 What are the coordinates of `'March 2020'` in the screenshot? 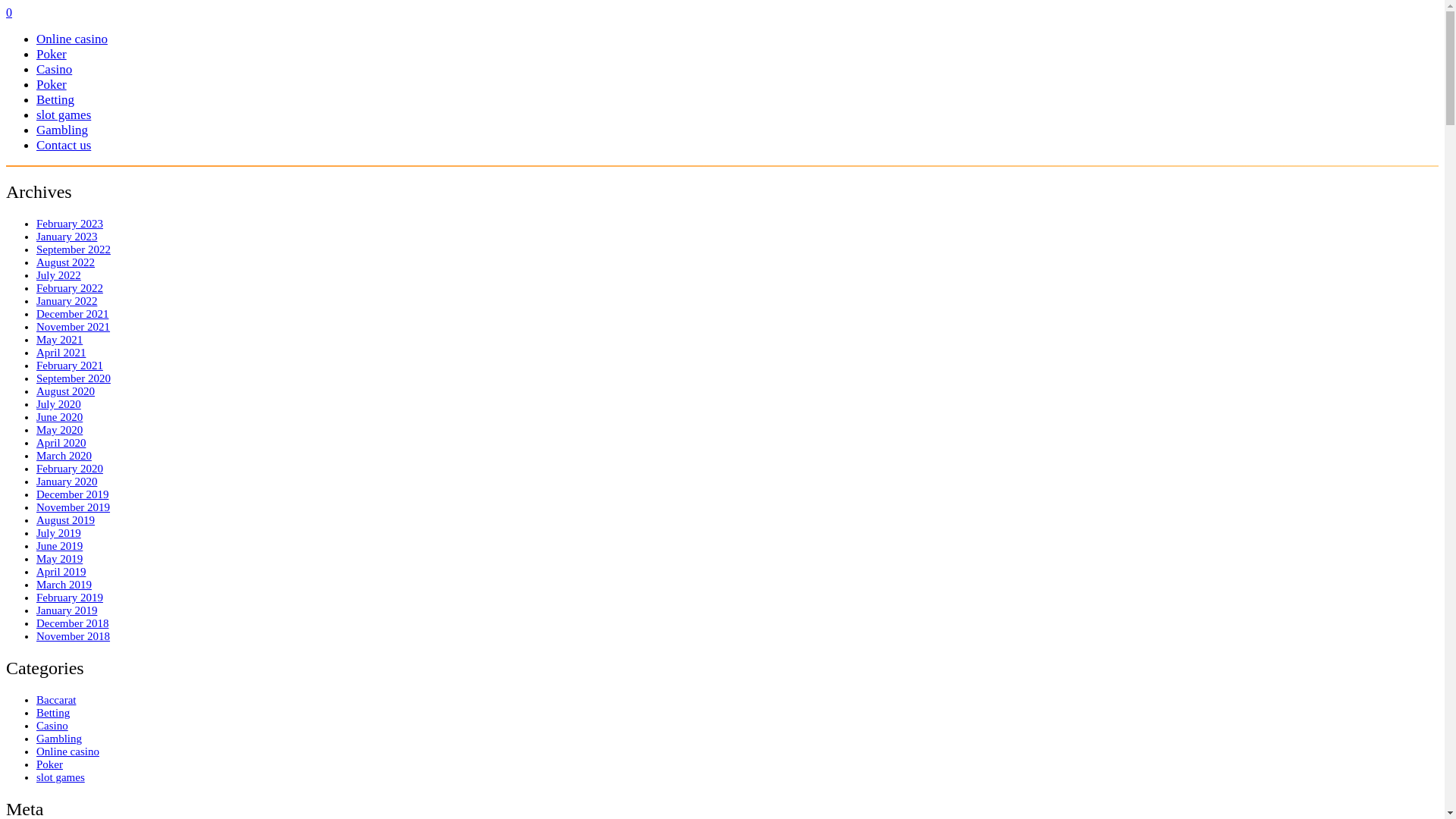 It's located at (63, 455).